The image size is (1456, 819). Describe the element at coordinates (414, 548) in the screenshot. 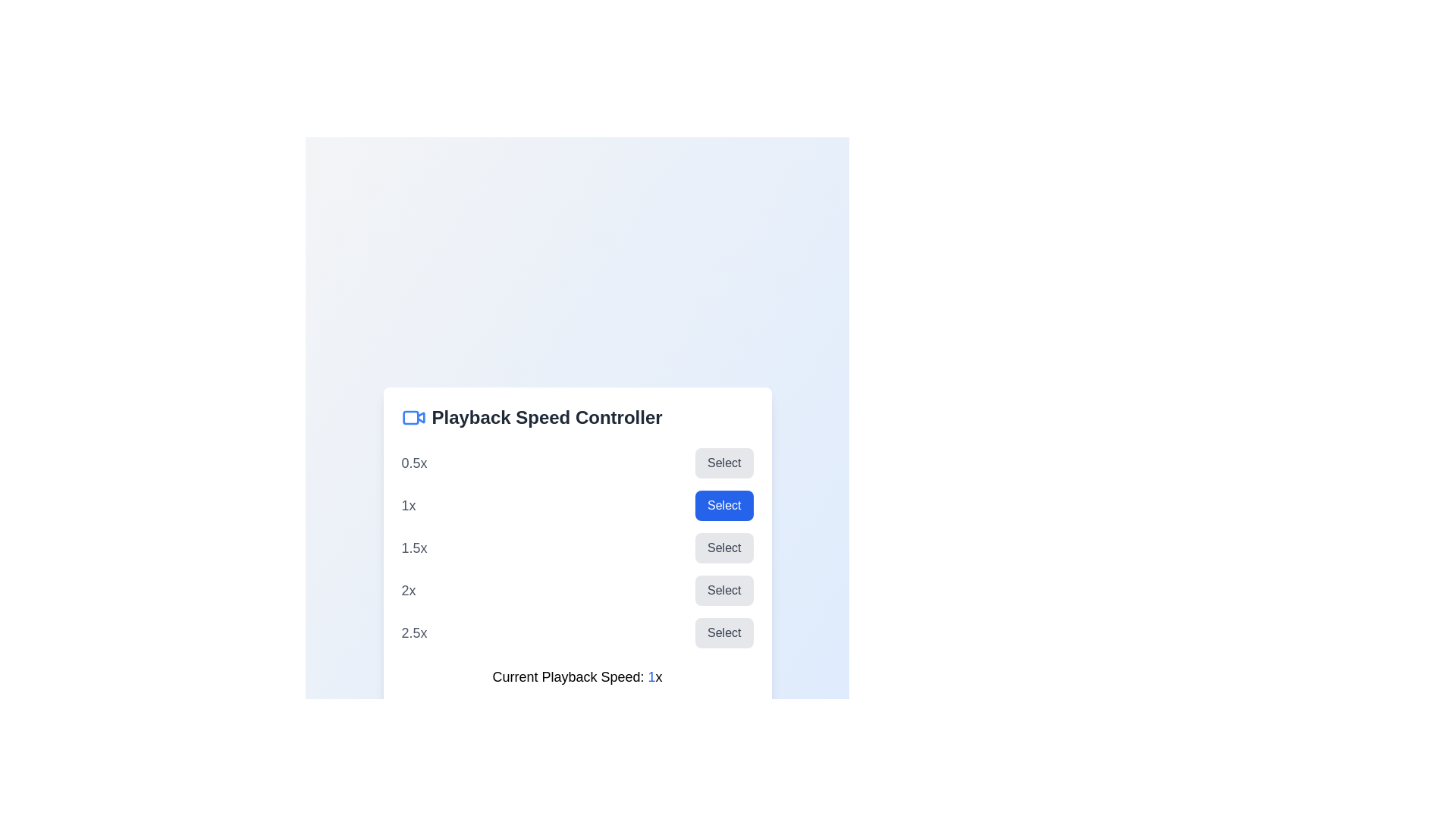

I see `the static text label indicating the playback speed option of '1.5x', which is the third item in a list of playback speeds displayed on the left side of a menu` at that location.